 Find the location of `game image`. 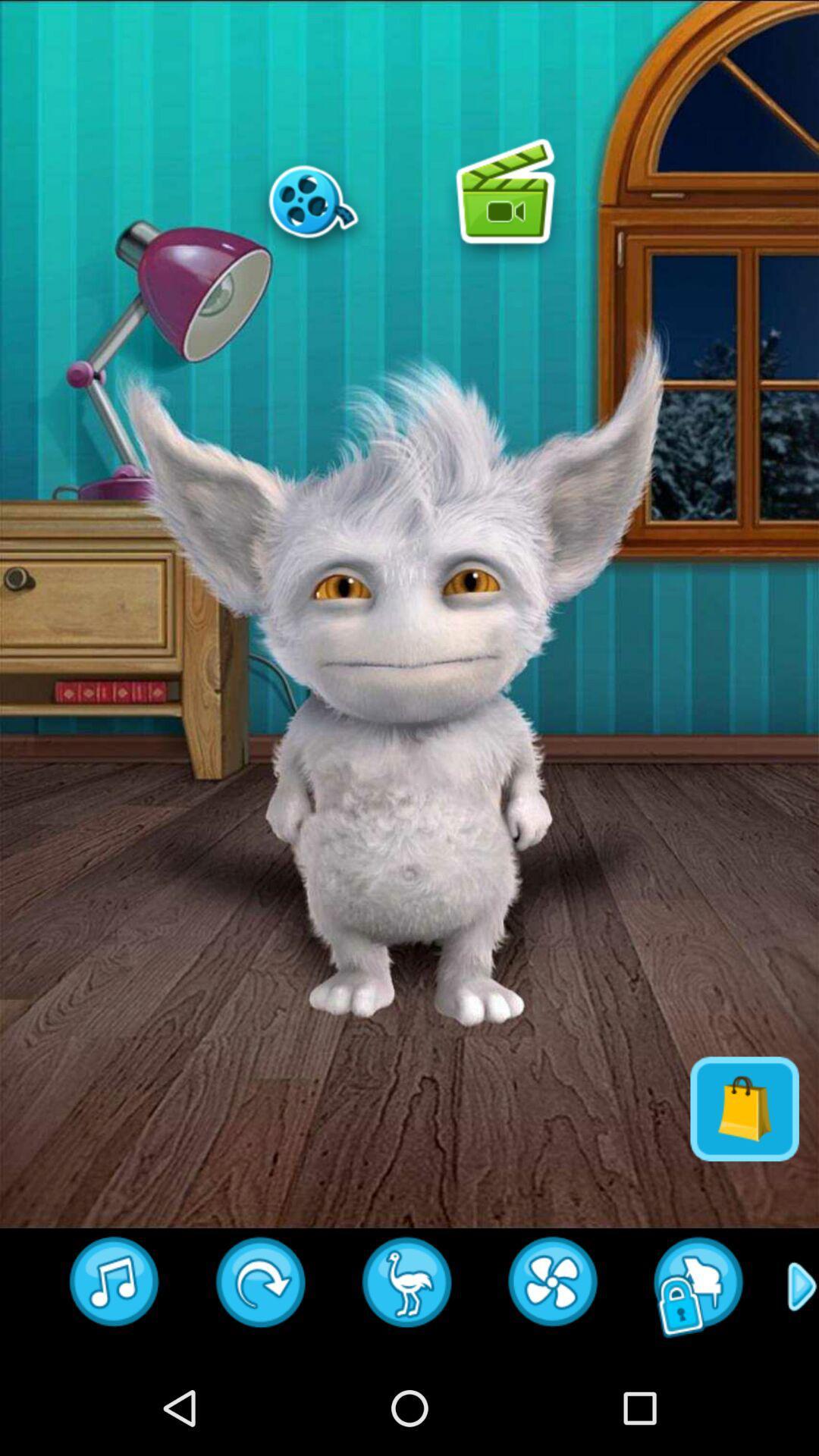

game image is located at coordinates (505, 200).